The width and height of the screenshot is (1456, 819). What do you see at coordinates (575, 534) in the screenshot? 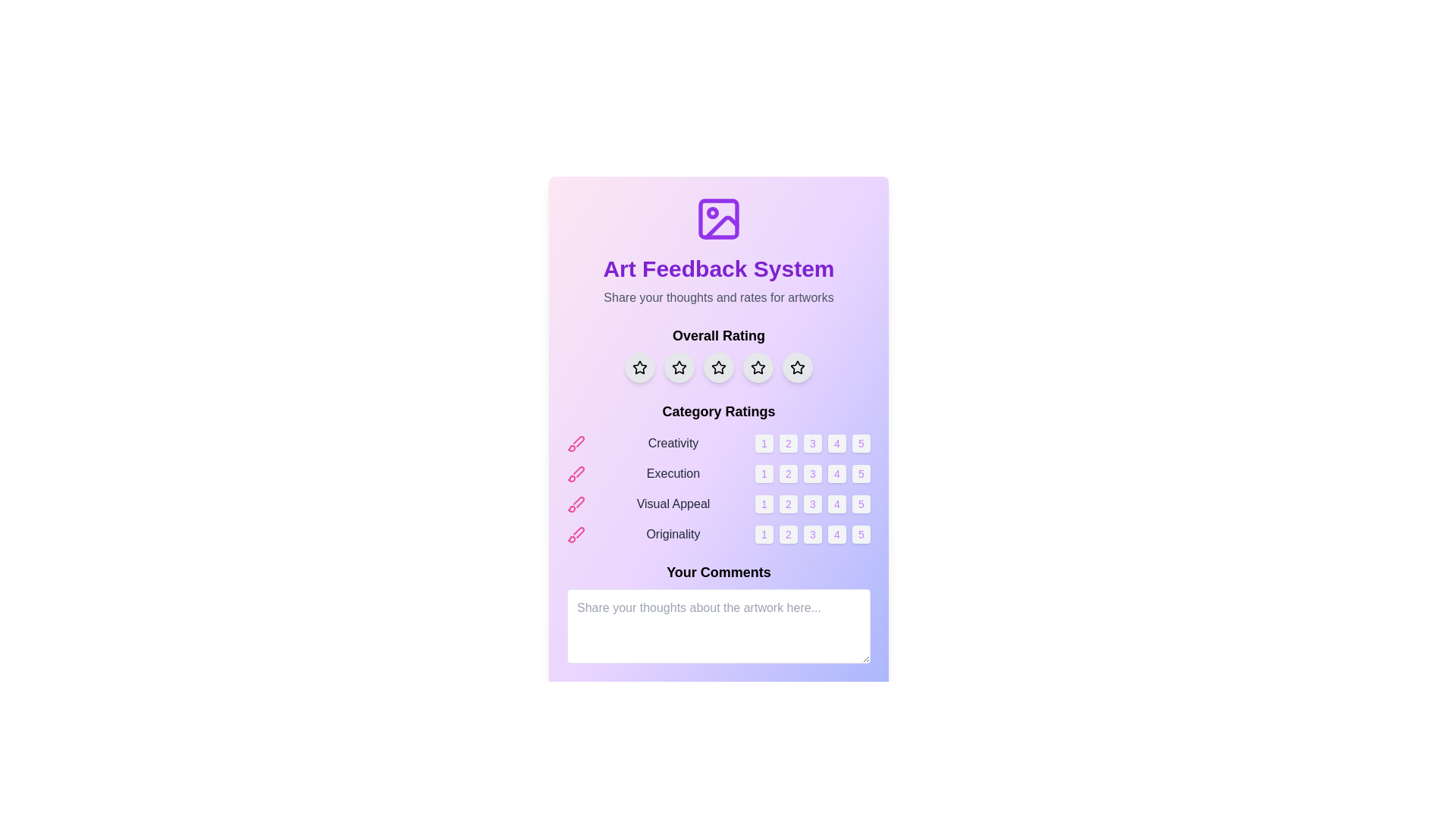
I see `the pink brush icon located to the left of the 'Originality' label in the 'Category Ratings' section` at bounding box center [575, 534].